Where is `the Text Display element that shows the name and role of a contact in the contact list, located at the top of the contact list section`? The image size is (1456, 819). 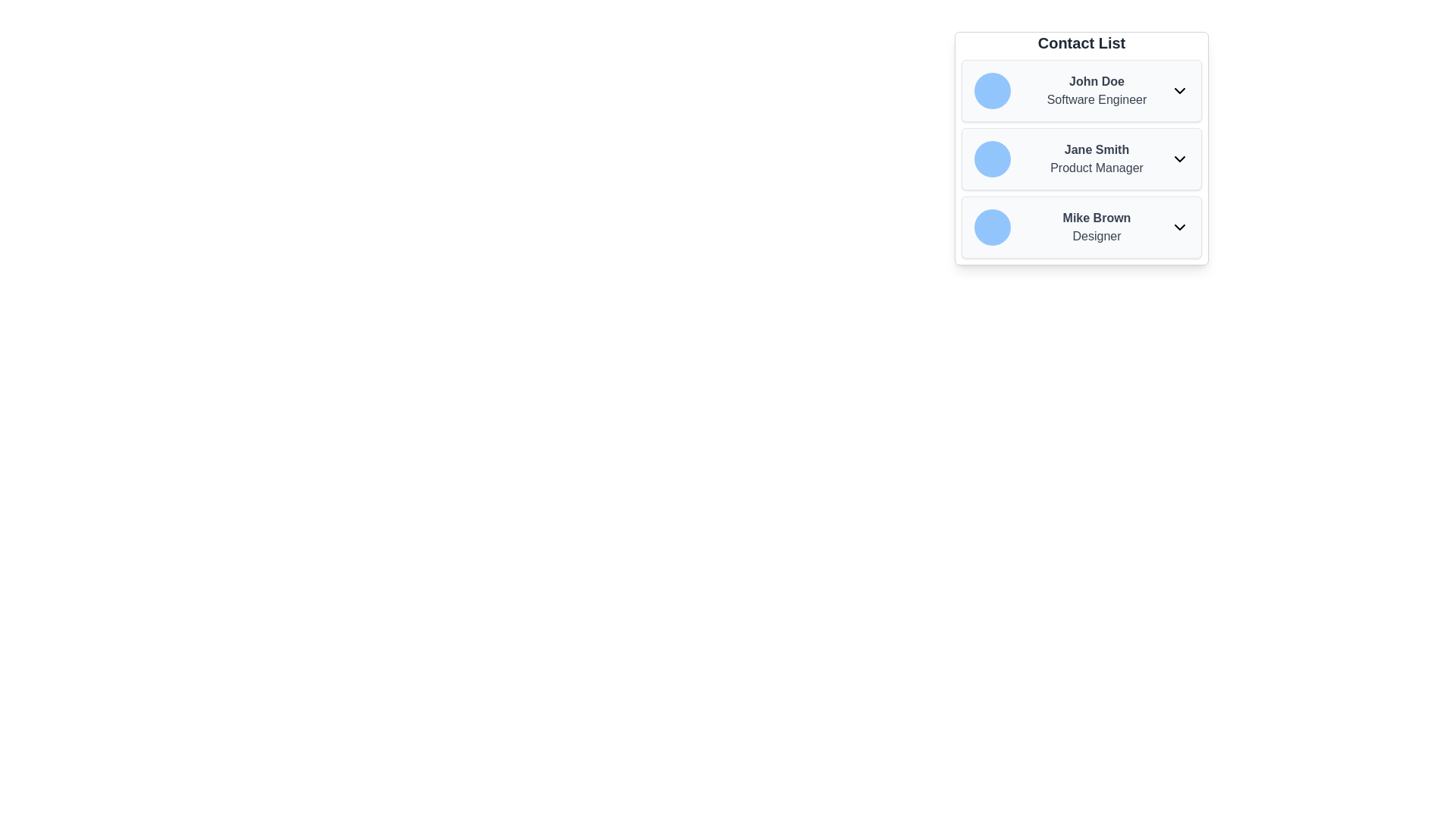
the Text Display element that shows the name and role of a contact in the contact list, located at the top of the contact list section is located at coordinates (1097, 90).